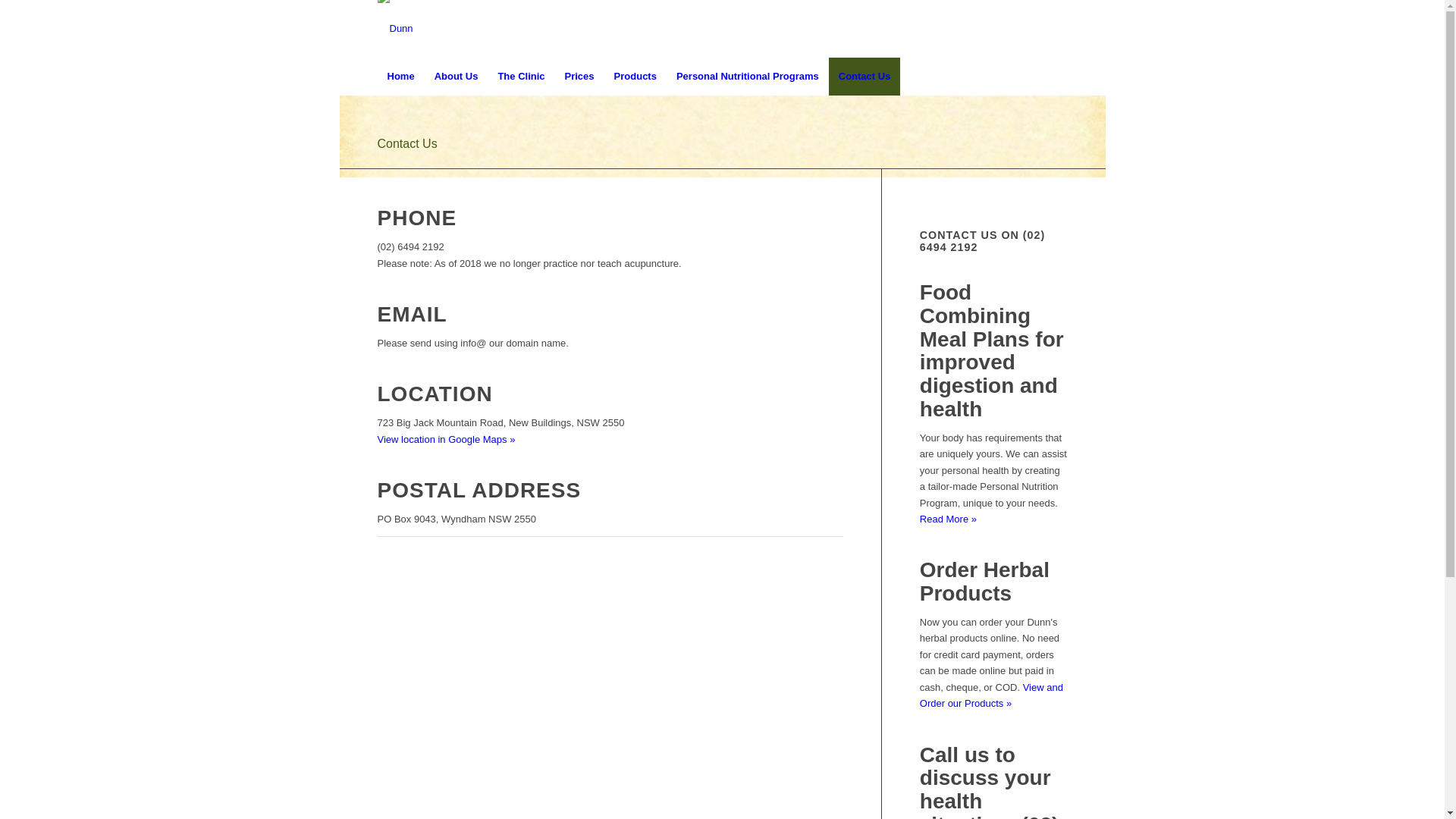 The height and width of the screenshot is (819, 1456). Describe the element at coordinates (407, 143) in the screenshot. I see `'Contact Us'` at that location.